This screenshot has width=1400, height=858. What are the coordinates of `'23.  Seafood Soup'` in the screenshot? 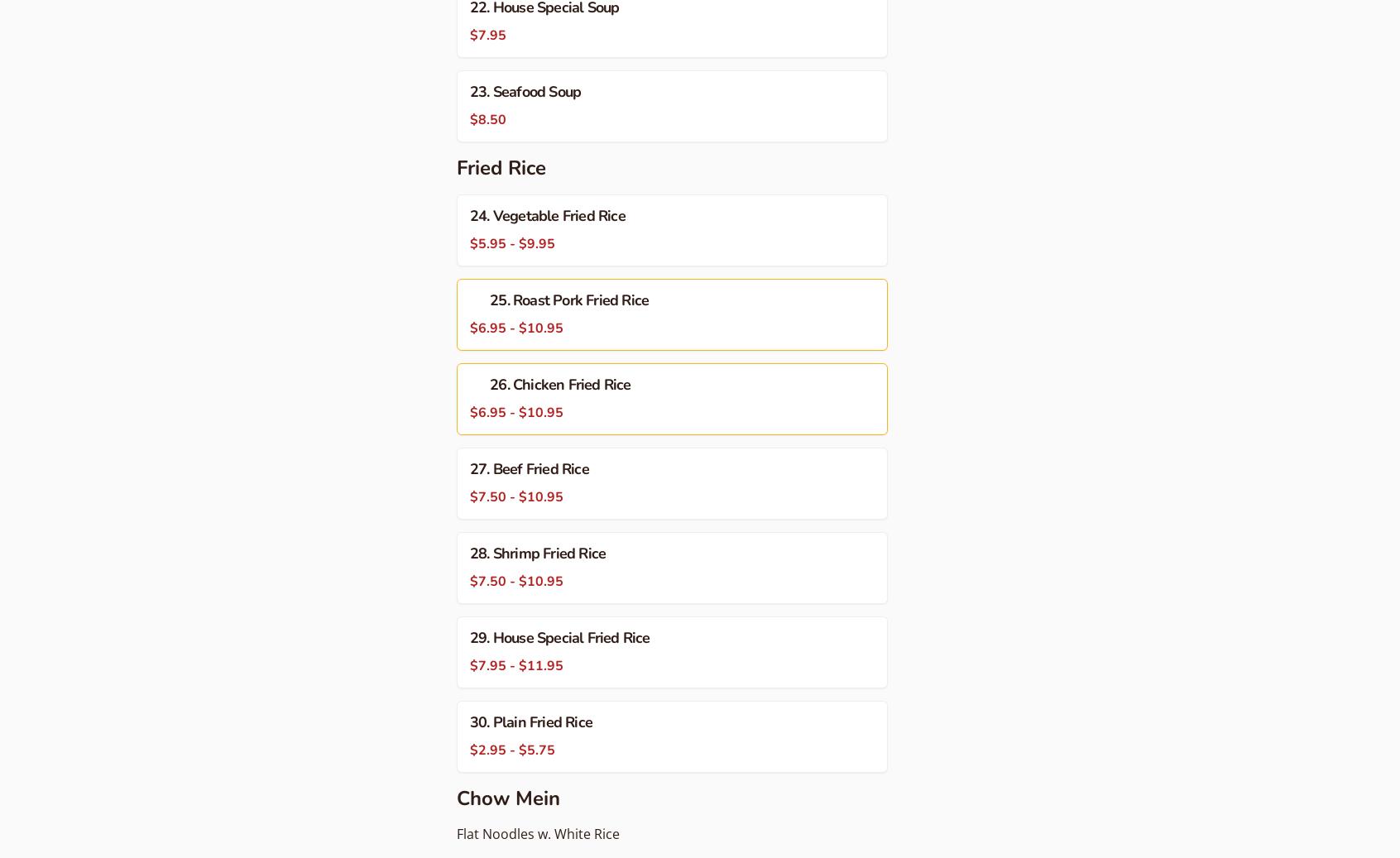 It's located at (525, 90).